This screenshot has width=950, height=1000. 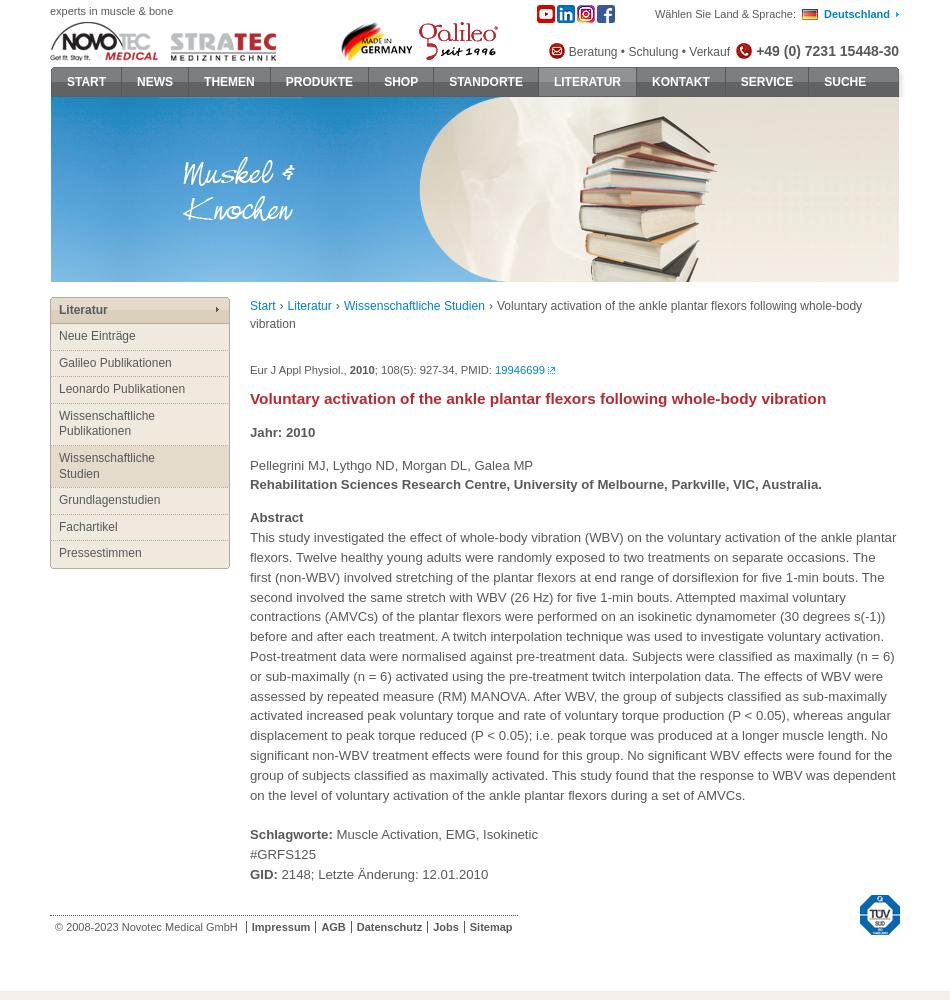 I want to click on 'Schlagworte:', so click(x=289, y=833).